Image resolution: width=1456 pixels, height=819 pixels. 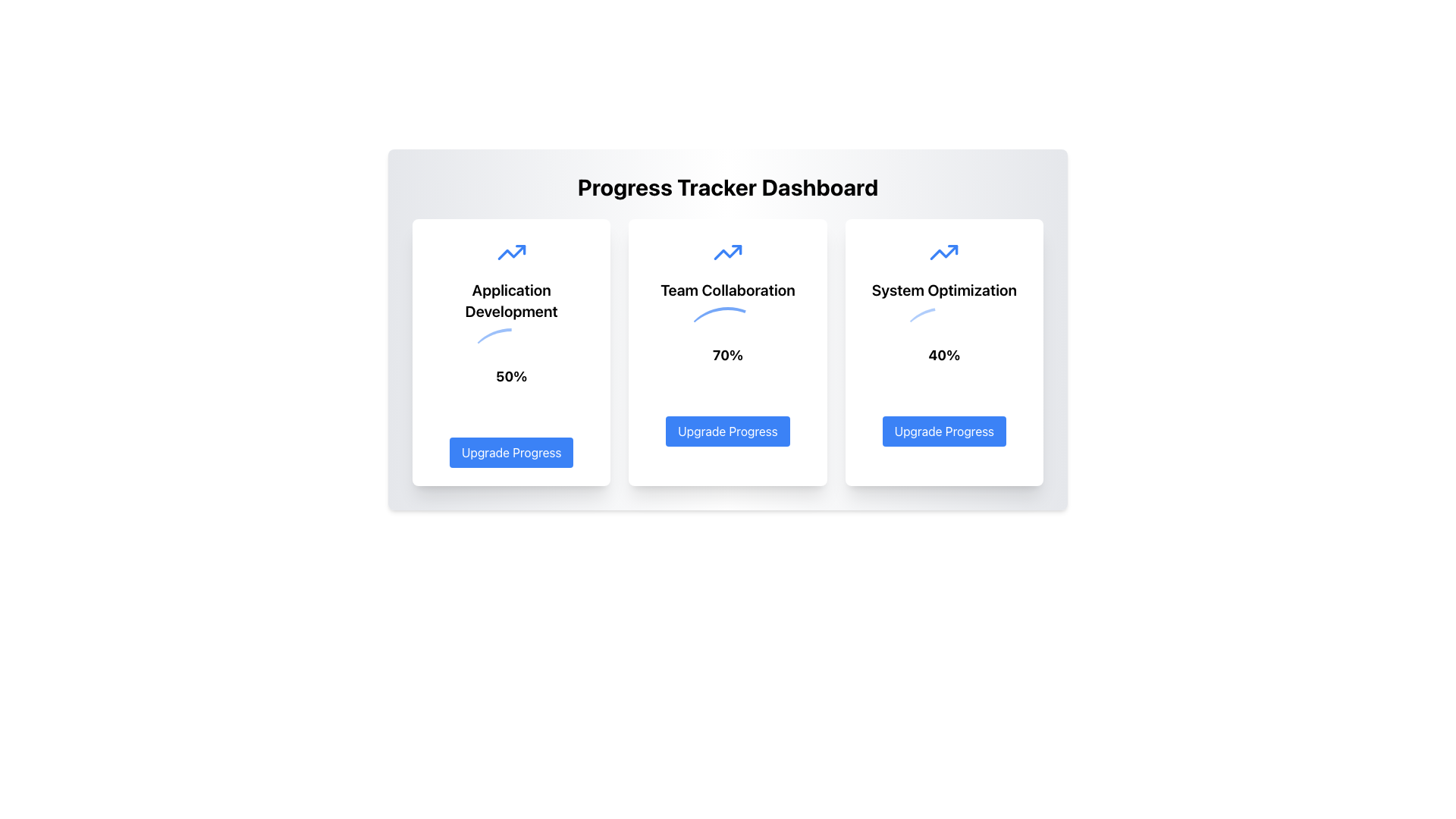 What do you see at coordinates (943, 356) in the screenshot?
I see `bold text displaying '40%' in the 'System Optimization' section of the 'Progress Tracker Dashboard'` at bounding box center [943, 356].